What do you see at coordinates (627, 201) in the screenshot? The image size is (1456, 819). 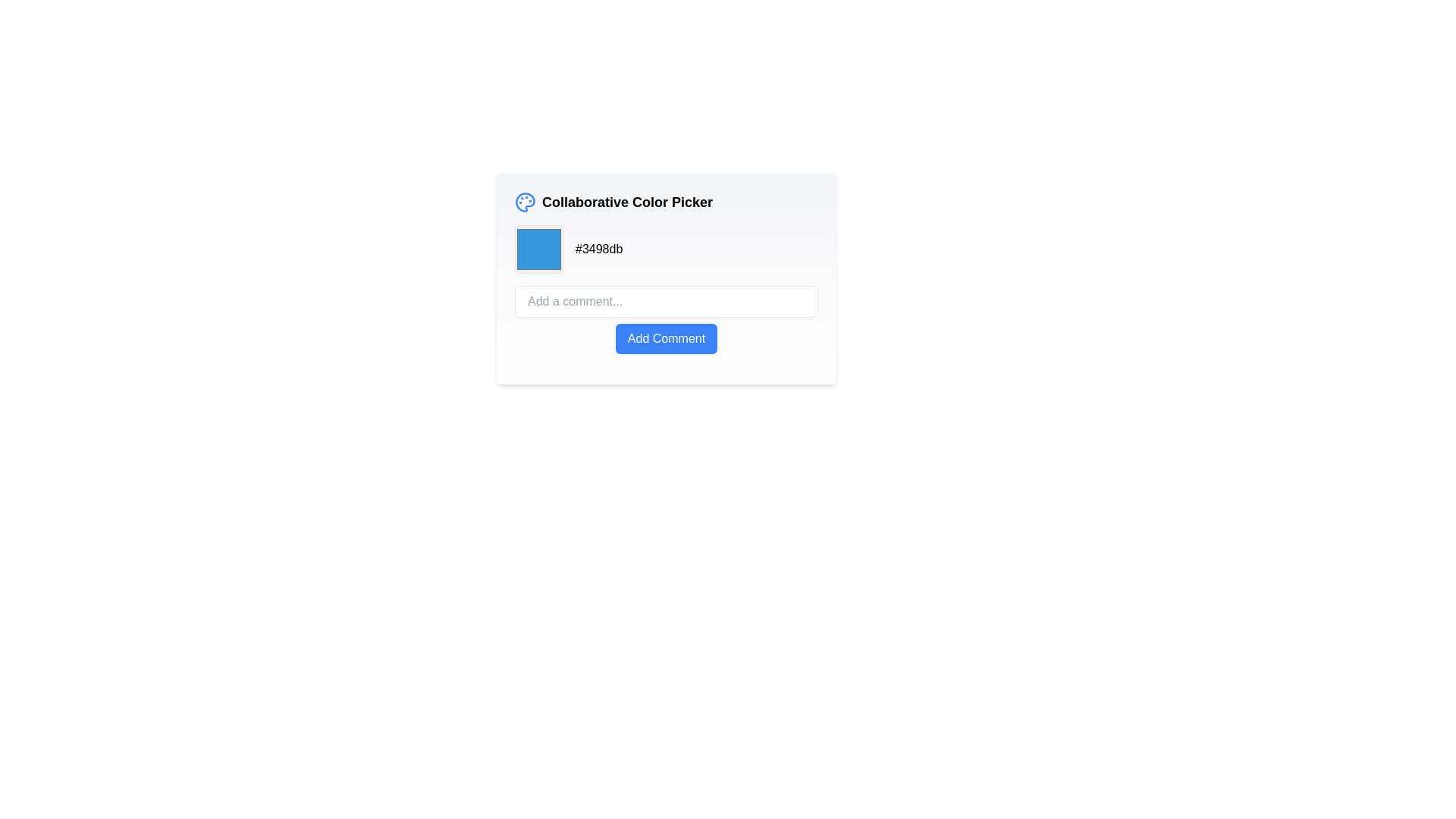 I see `displayed text of the label positioned to the right of the palette icon, aligned horizontally with it, serving as a title for the collaborative color selection feature` at bounding box center [627, 201].